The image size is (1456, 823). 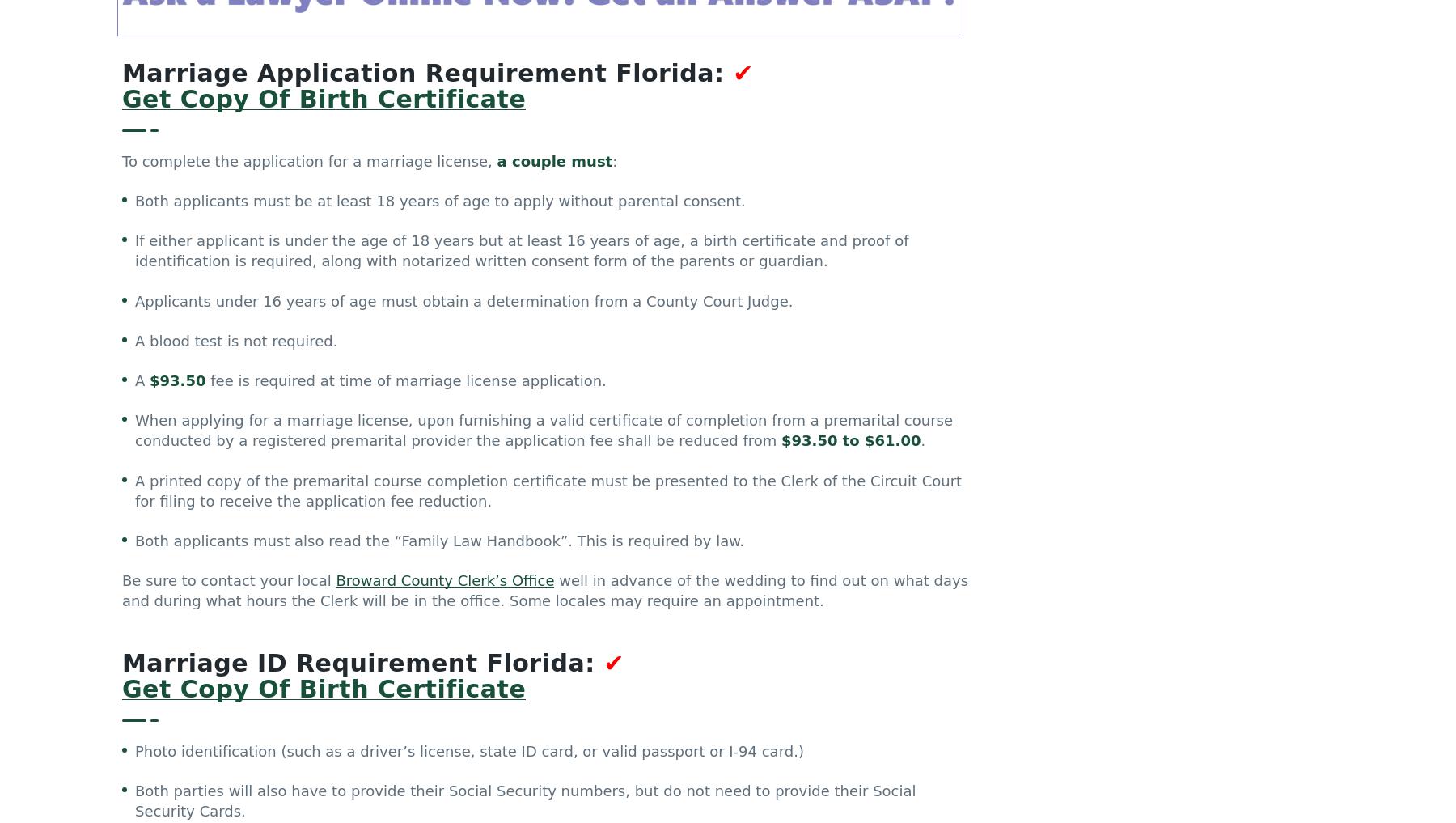 What do you see at coordinates (922, 443) in the screenshot?
I see `'.'` at bounding box center [922, 443].